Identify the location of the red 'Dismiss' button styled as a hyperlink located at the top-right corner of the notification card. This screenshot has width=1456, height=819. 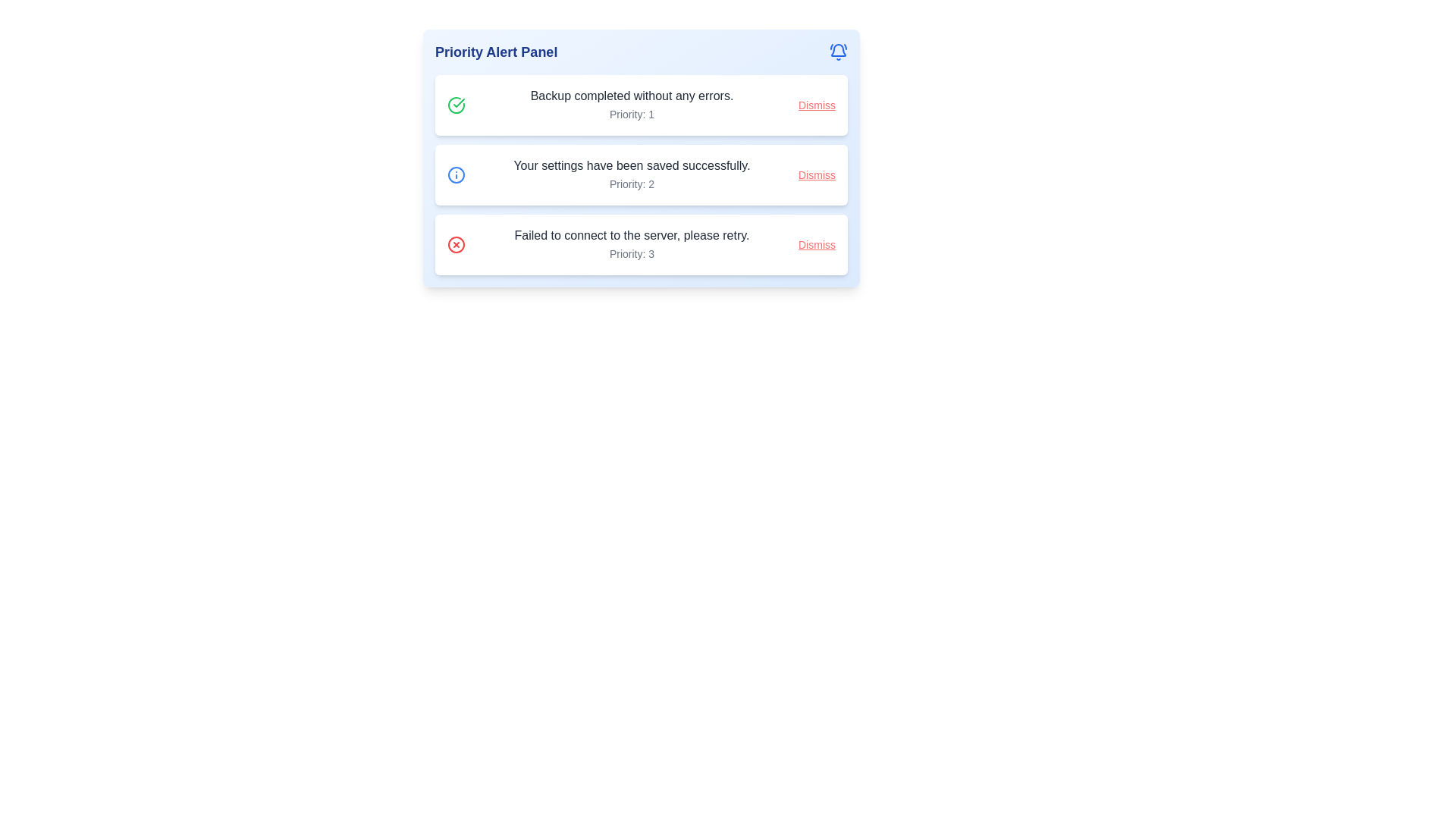
(816, 104).